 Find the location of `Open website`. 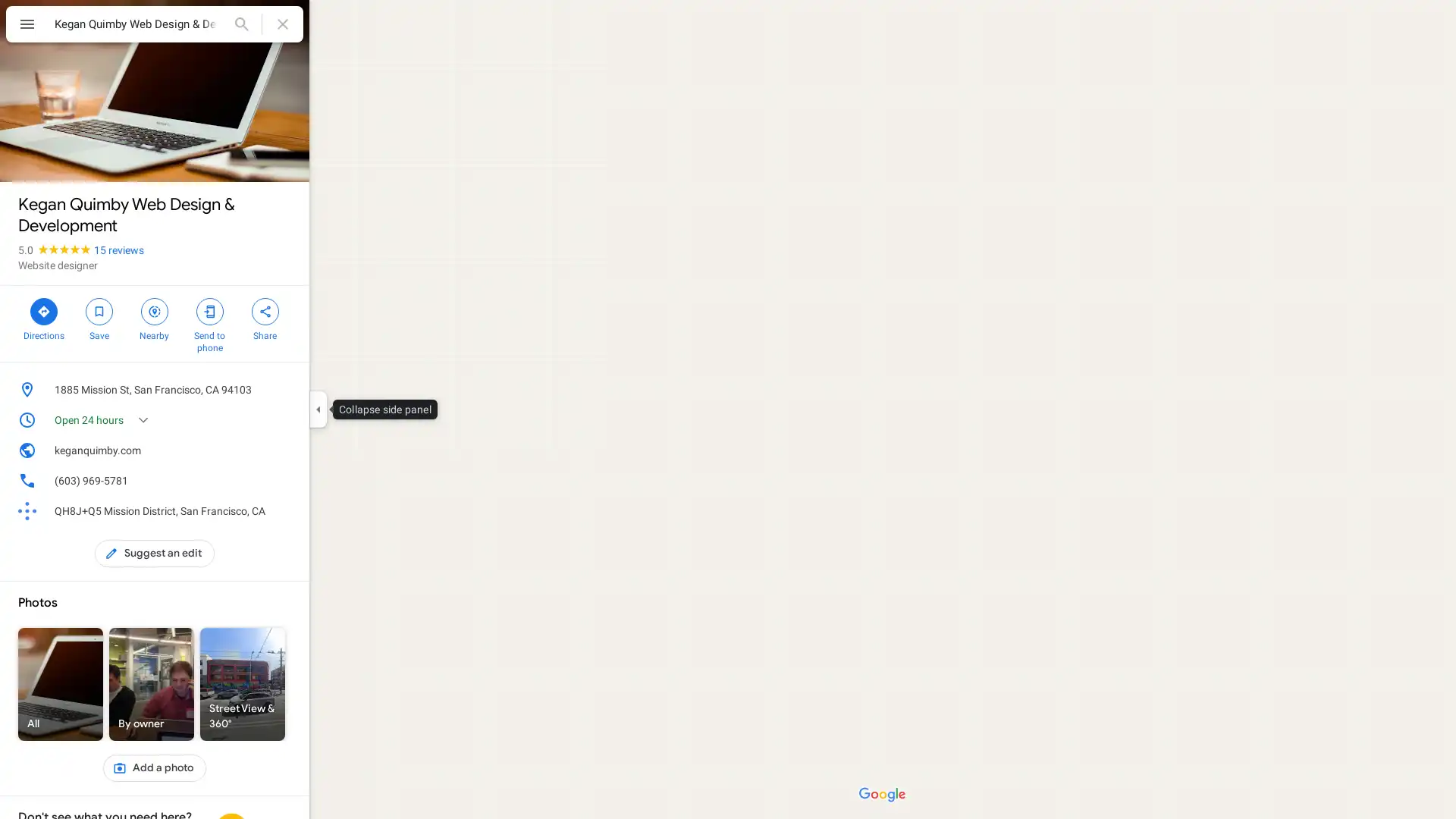

Open website is located at coordinates (261, 450).